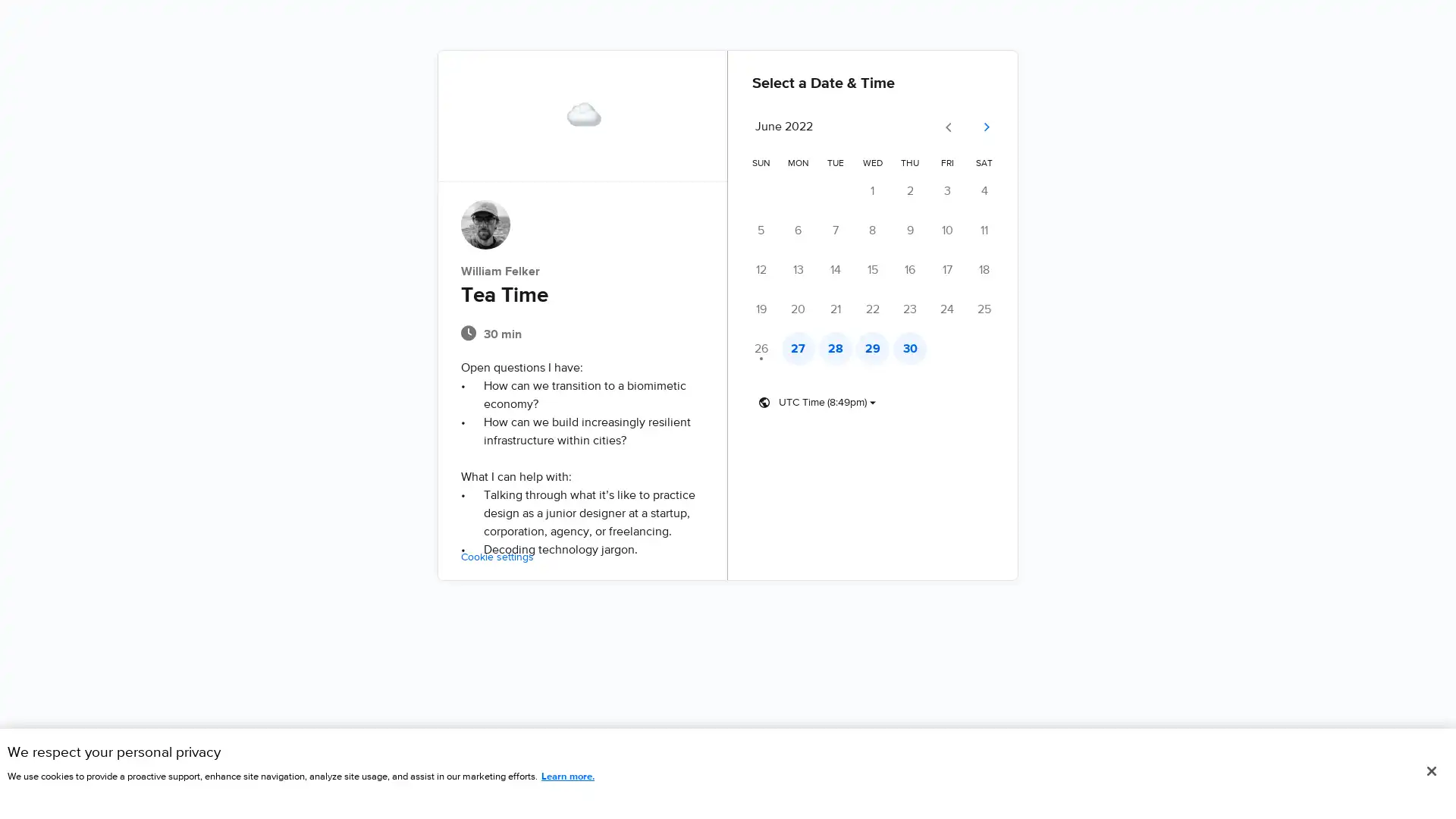 Image resolution: width=1456 pixels, height=819 pixels. I want to click on Tuesday, June 14 - No times available, so click(839, 268).